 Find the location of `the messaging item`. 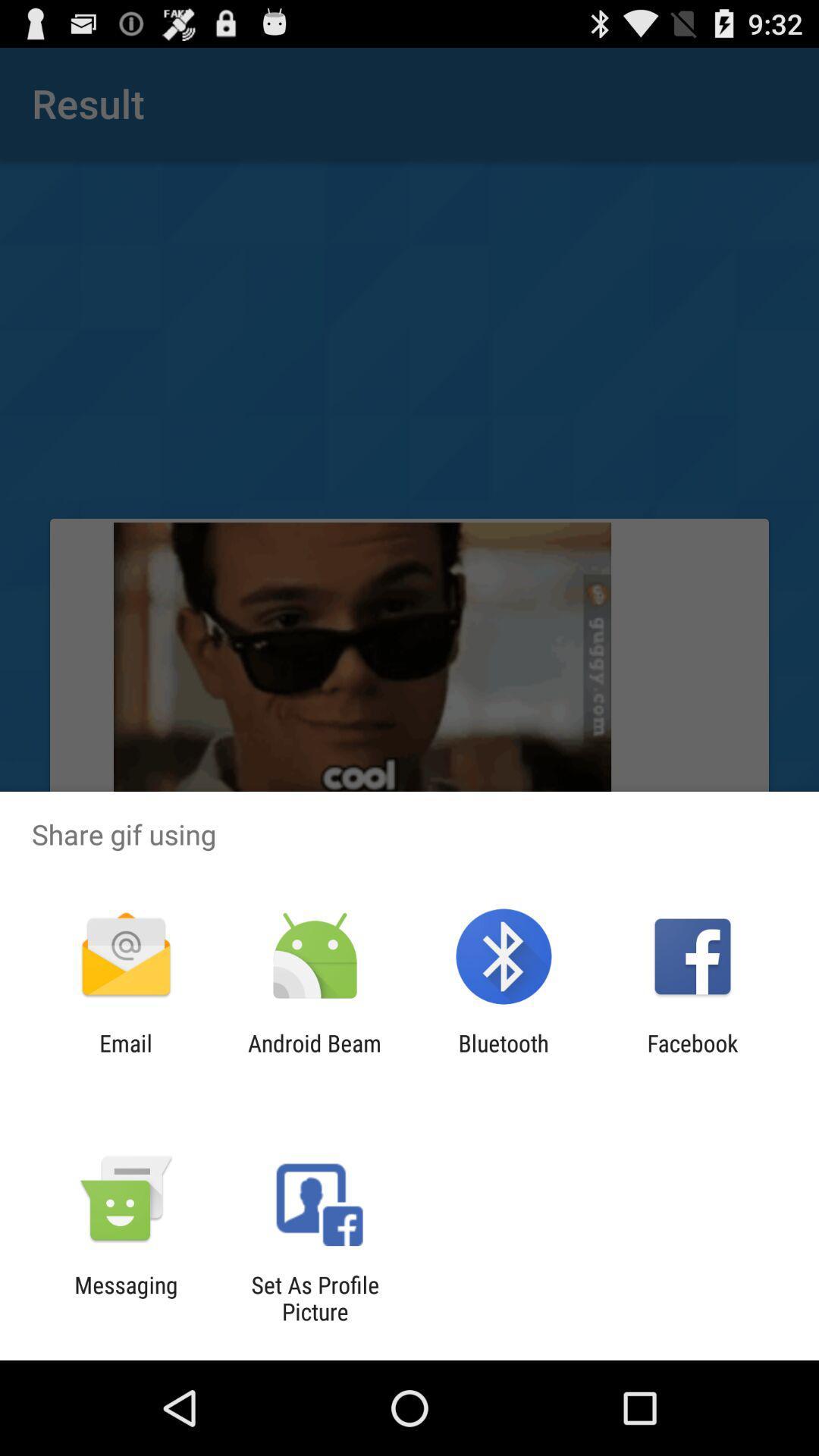

the messaging item is located at coordinates (125, 1298).